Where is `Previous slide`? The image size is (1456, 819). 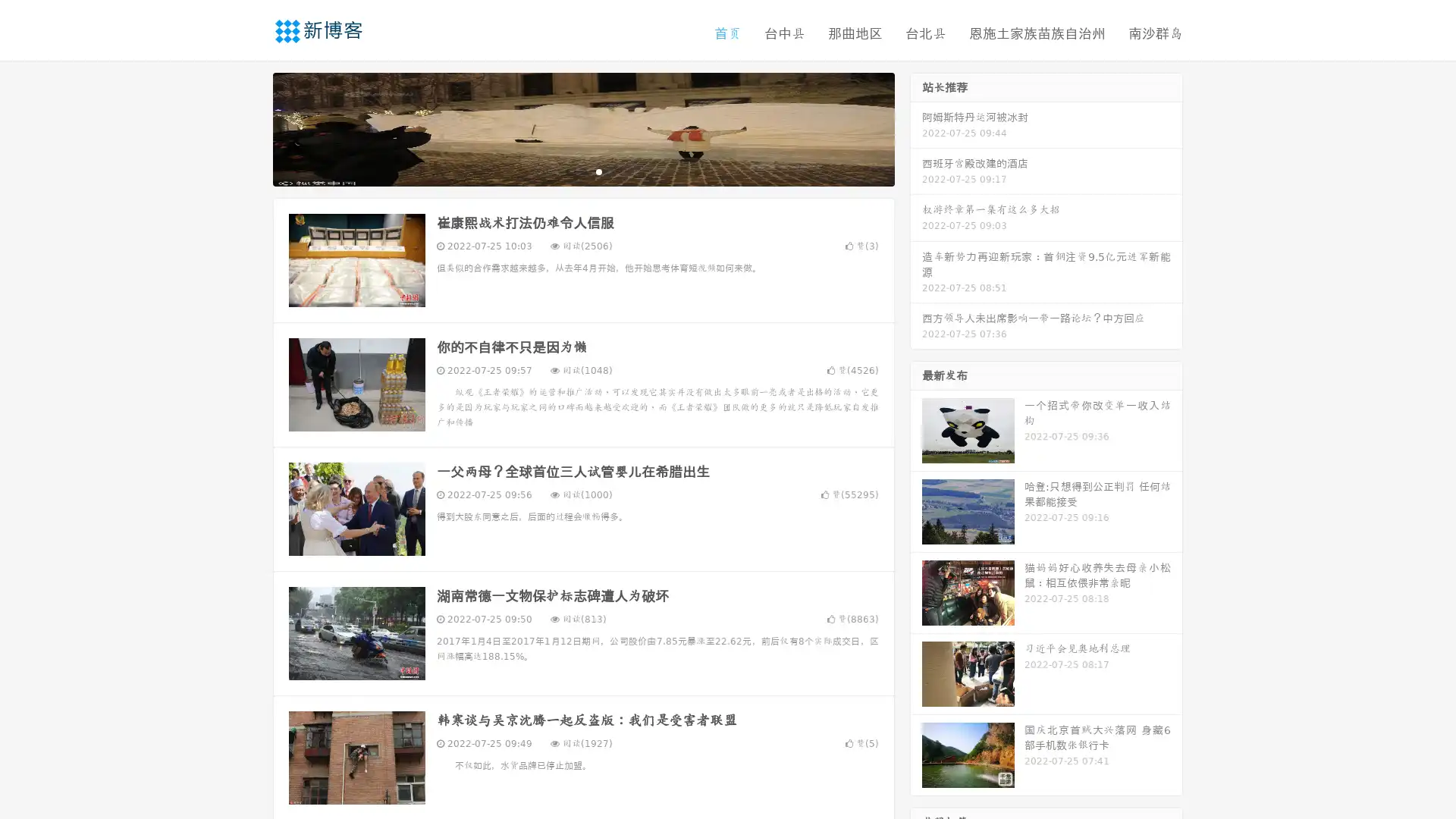 Previous slide is located at coordinates (250, 127).